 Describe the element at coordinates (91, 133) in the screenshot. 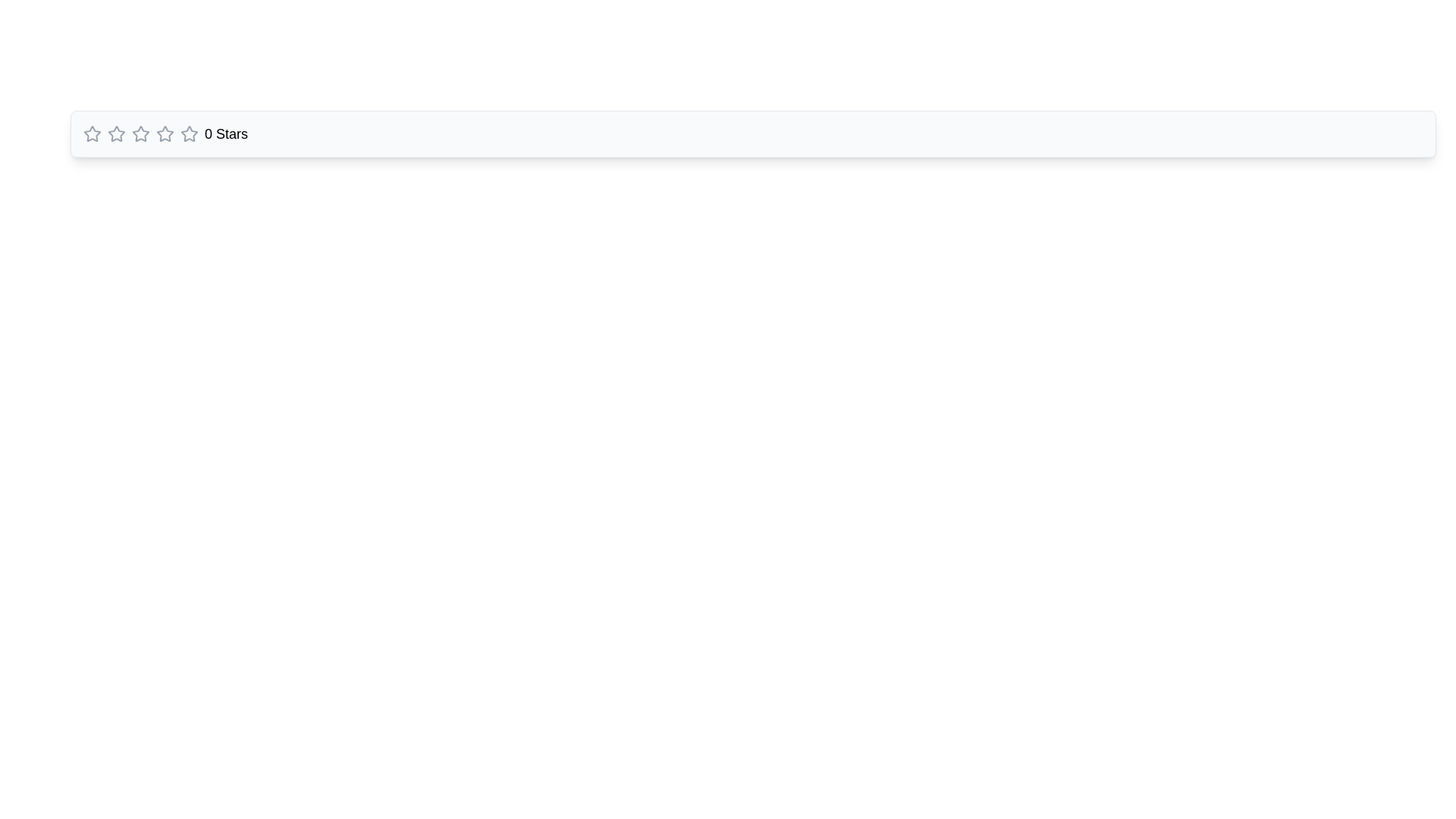

I see `the first star-shaped rating icon` at that location.